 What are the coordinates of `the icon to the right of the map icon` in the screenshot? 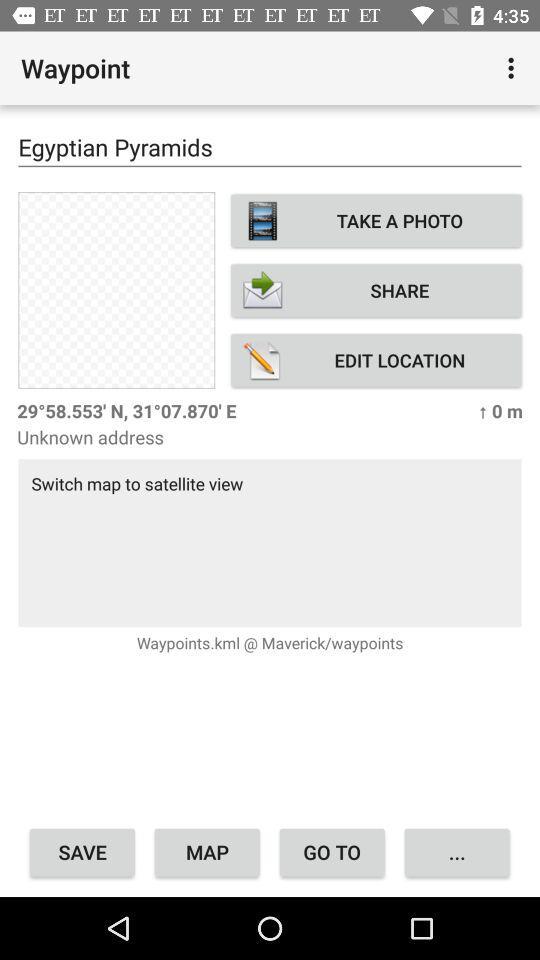 It's located at (332, 851).